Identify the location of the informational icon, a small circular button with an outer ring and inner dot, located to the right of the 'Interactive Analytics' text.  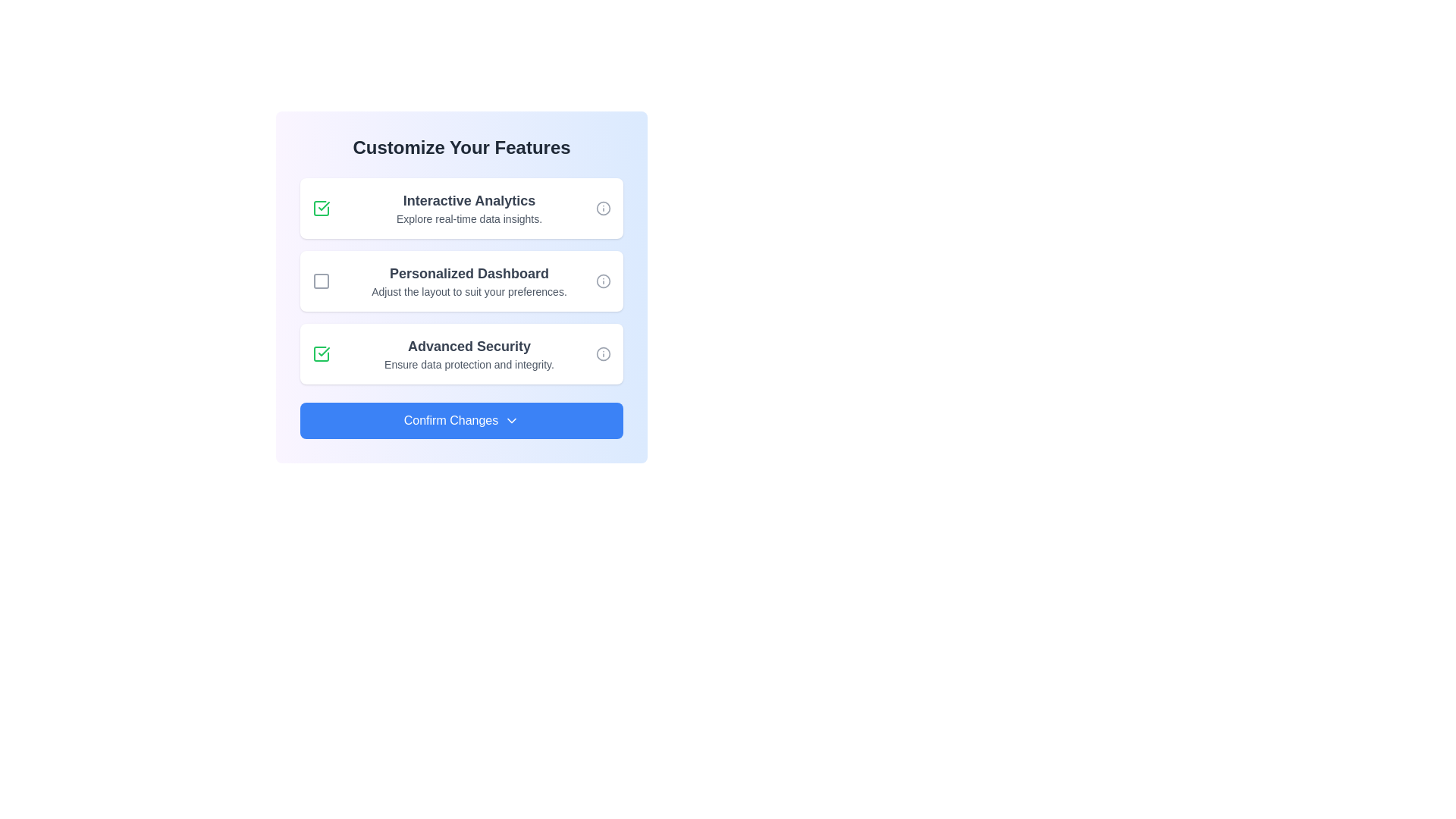
(603, 208).